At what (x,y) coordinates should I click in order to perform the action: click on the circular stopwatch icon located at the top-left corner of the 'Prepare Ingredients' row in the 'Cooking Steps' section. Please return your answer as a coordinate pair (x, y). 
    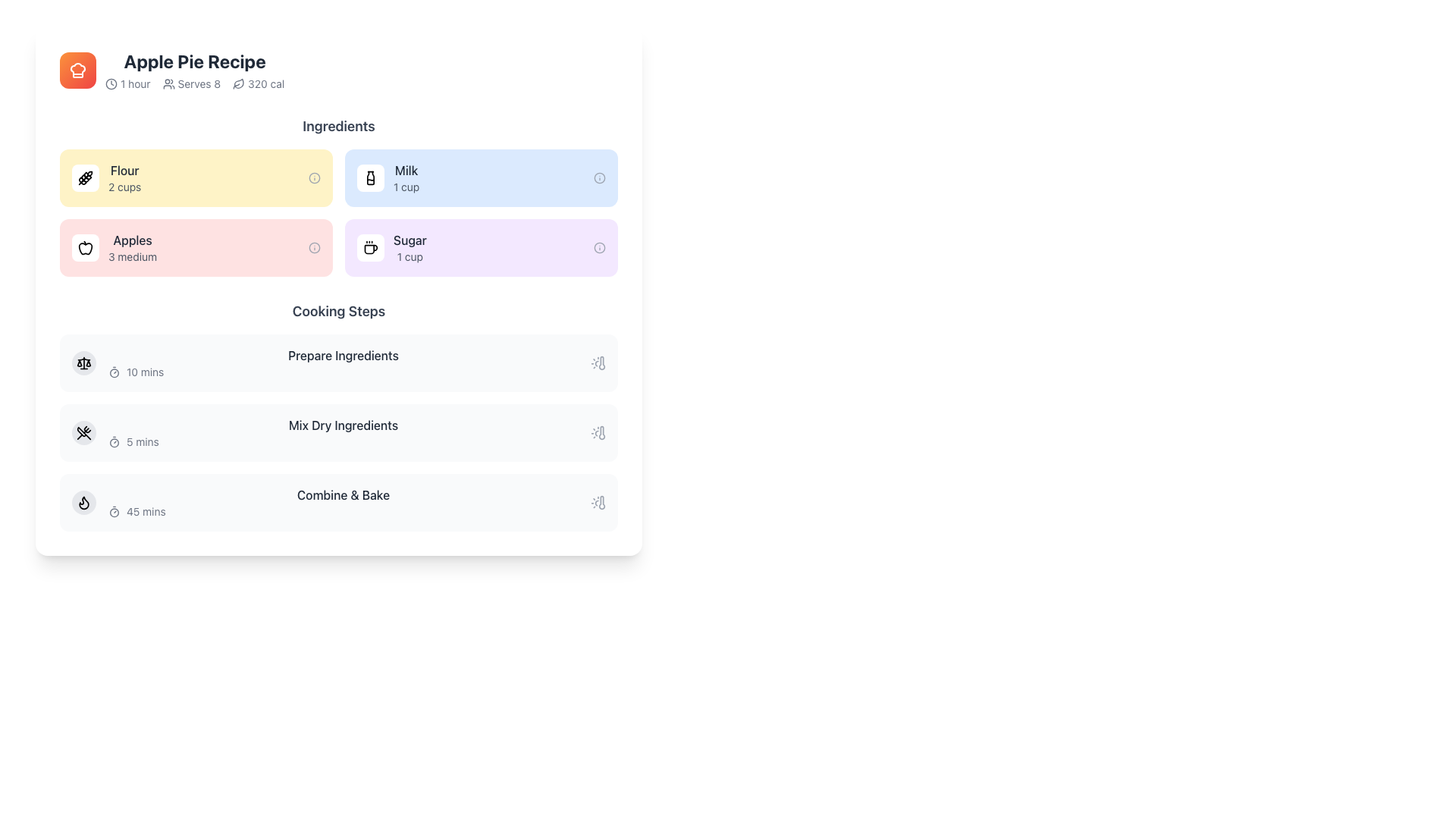
    Looking at the image, I should click on (113, 372).